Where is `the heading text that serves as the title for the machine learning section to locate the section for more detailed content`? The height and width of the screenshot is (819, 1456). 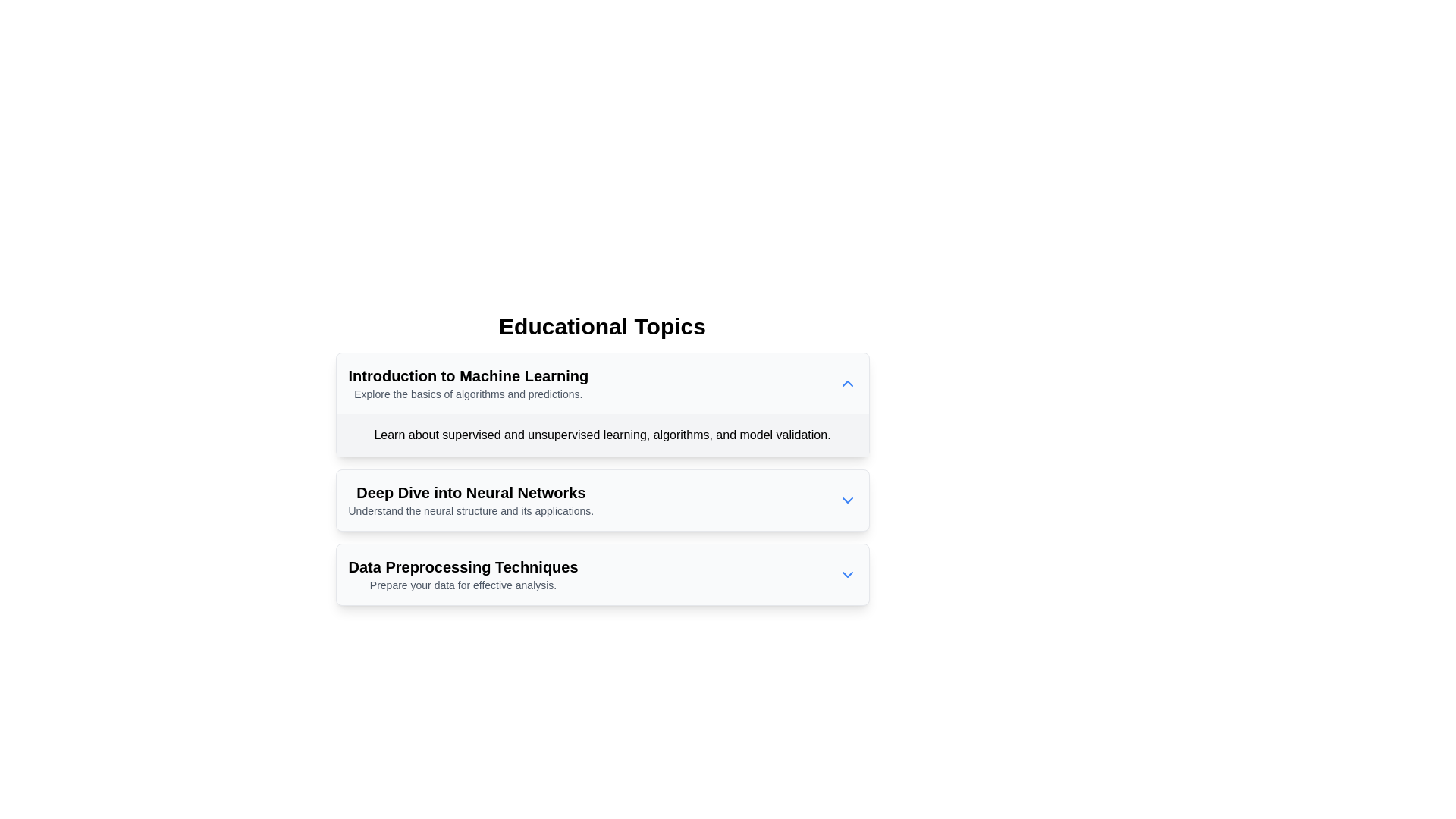
the heading text that serves as the title for the machine learning section to locate the section for more detailed content is located at coordinates (467, 375).